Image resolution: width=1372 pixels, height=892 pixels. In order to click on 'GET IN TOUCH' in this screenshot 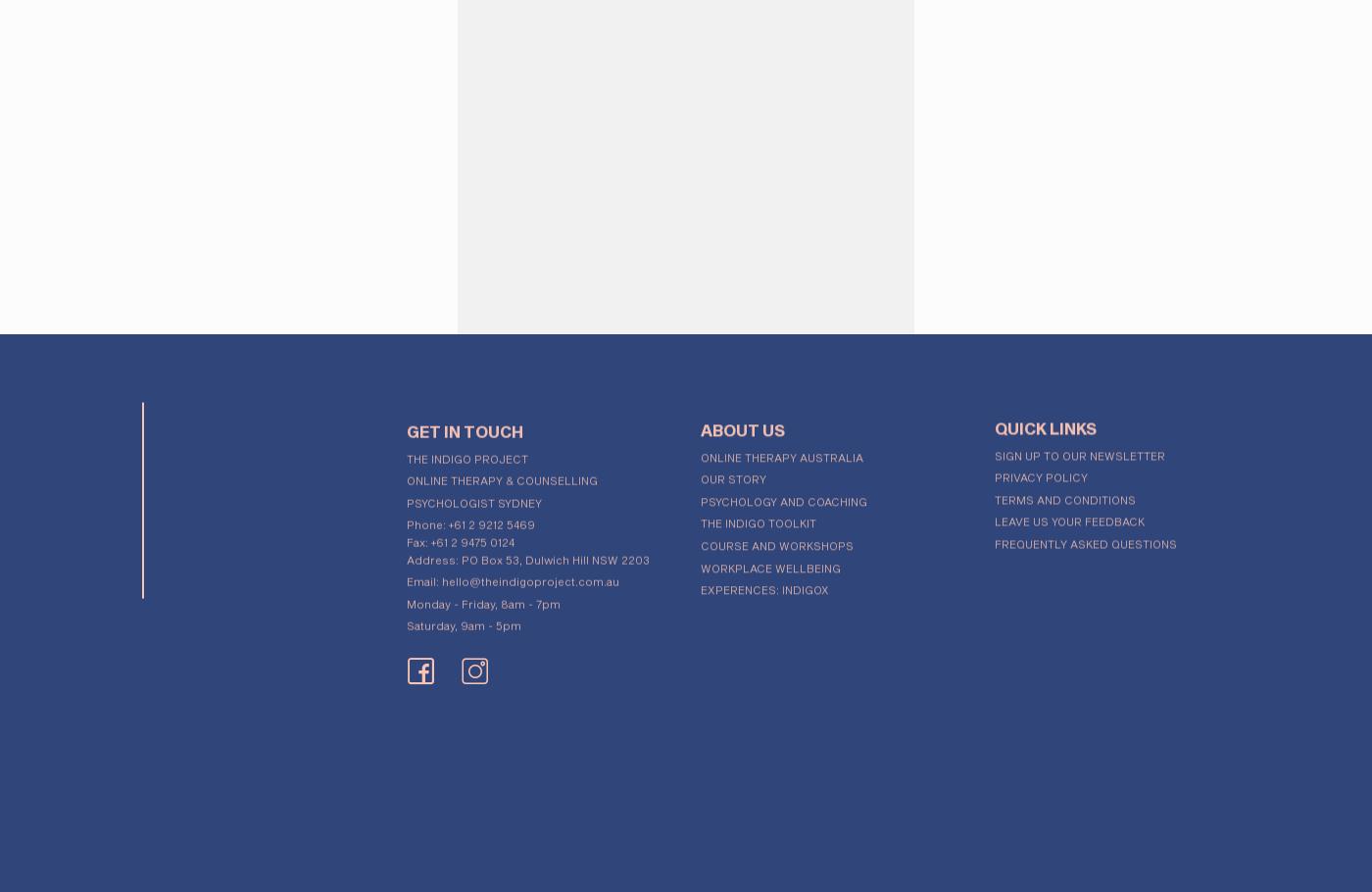, I will do `click(465, 422)`.